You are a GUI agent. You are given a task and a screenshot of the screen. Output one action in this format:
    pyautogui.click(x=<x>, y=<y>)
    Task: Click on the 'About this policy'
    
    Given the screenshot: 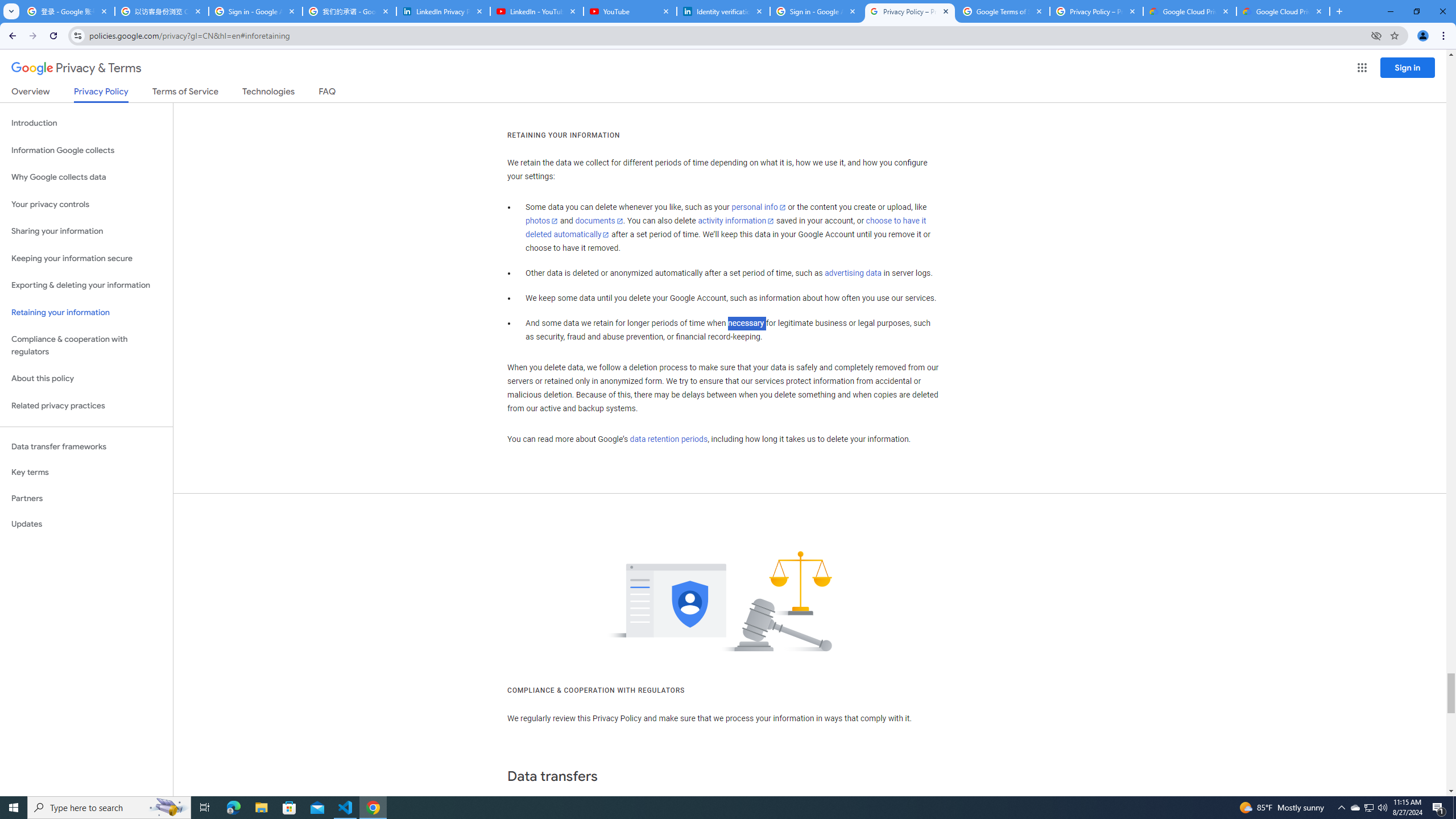 What is the action you would take?
    pyautogui.click(x=86, y=379)
    